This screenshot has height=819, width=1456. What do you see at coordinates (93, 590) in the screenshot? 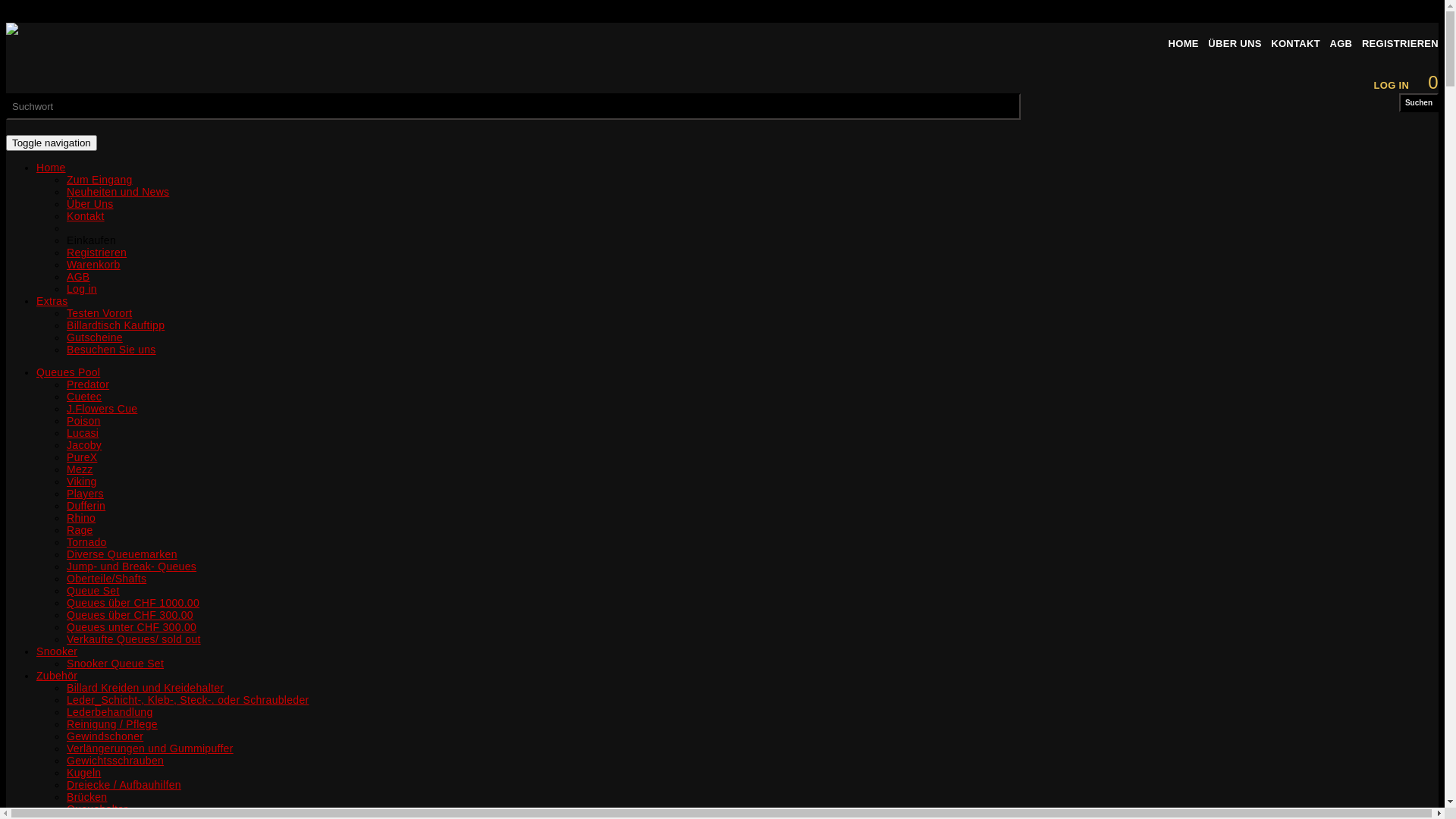
I see `'Queue Set'` at bounding box center [93, 590].